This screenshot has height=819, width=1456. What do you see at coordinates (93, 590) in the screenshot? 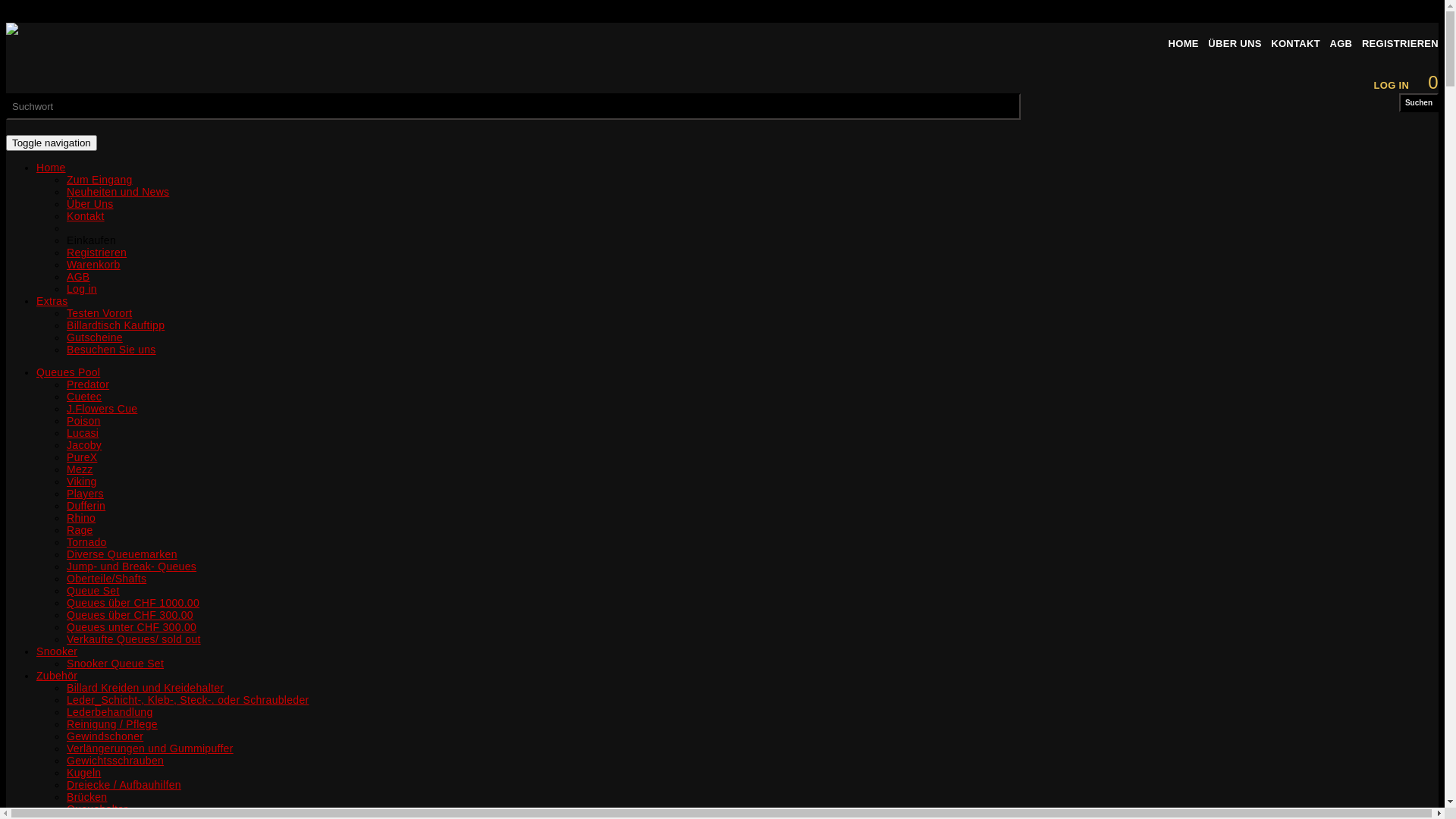
I see `'Queue Set'` at bounding box center [93, 590].